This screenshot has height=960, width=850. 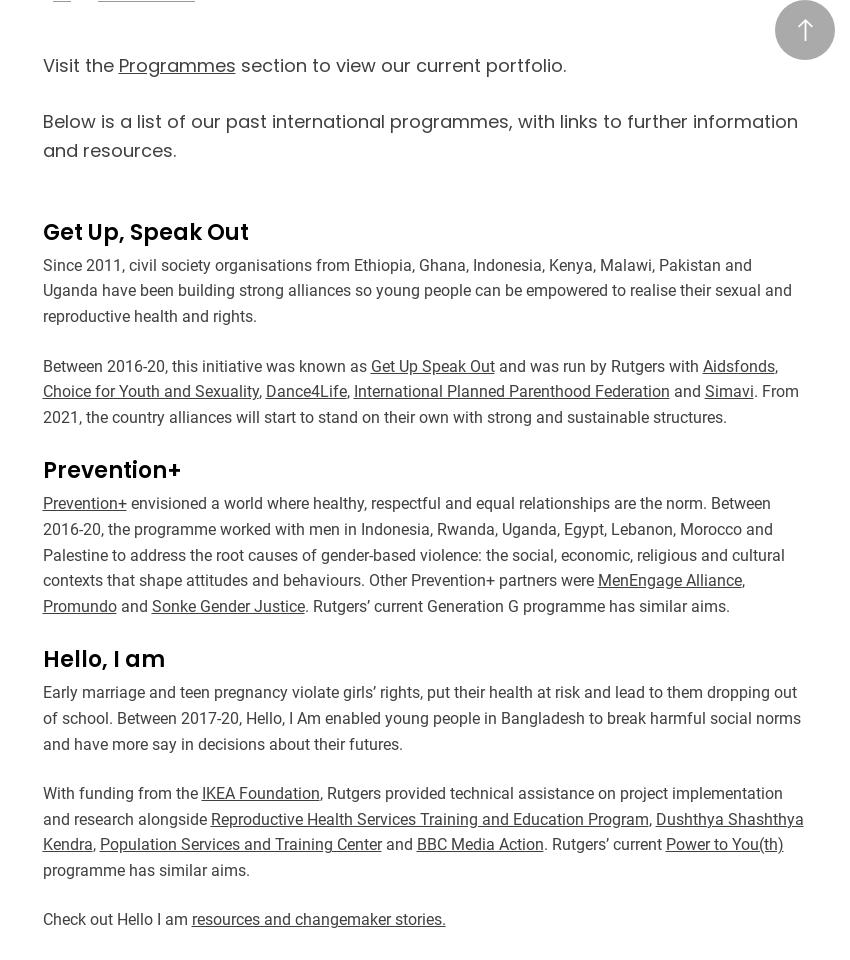 I want to click on 'hangemaker stories.', so click(x=372, y=919).